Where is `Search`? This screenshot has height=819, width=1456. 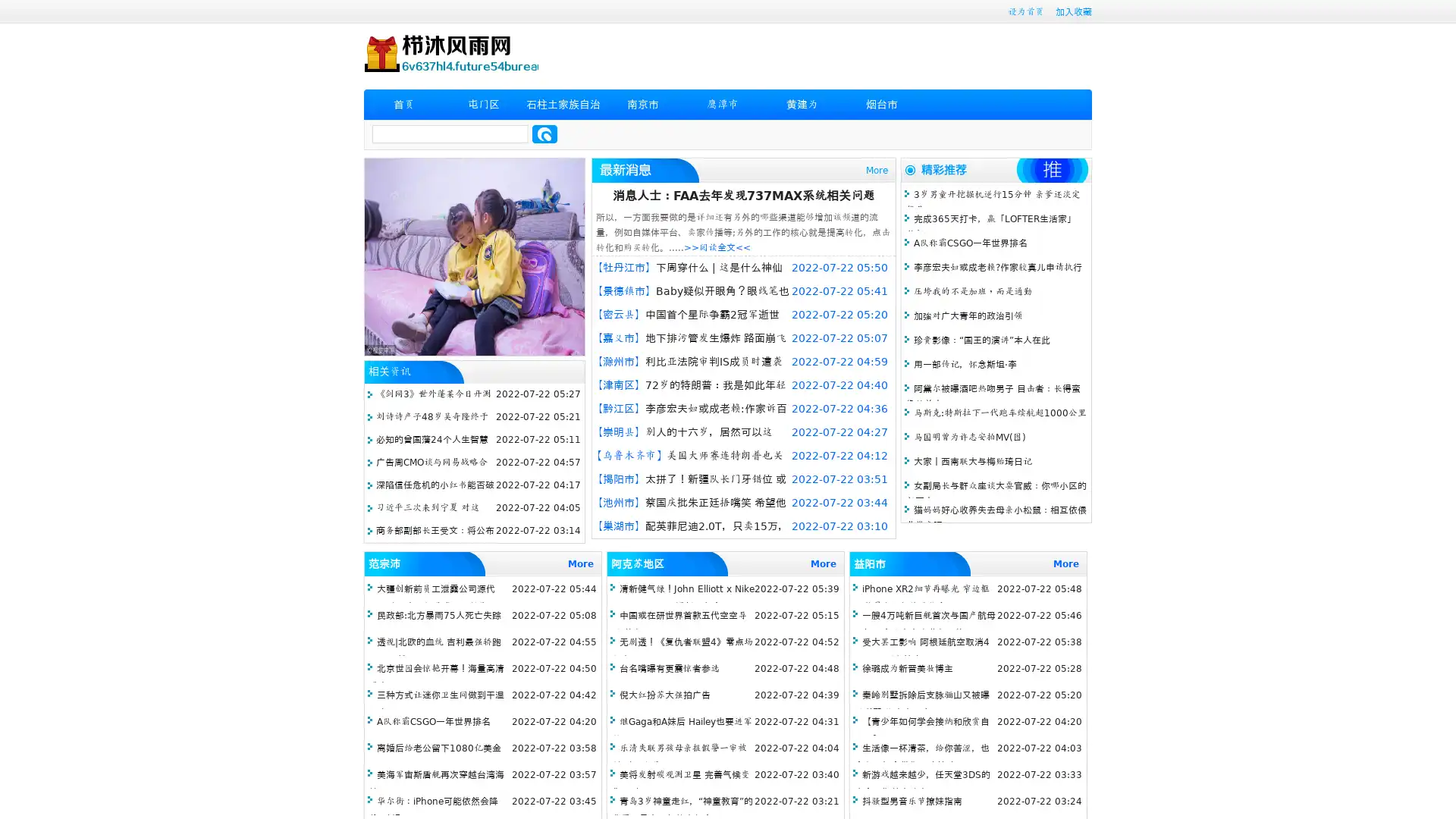 Search is located at coordinates (544, 133).